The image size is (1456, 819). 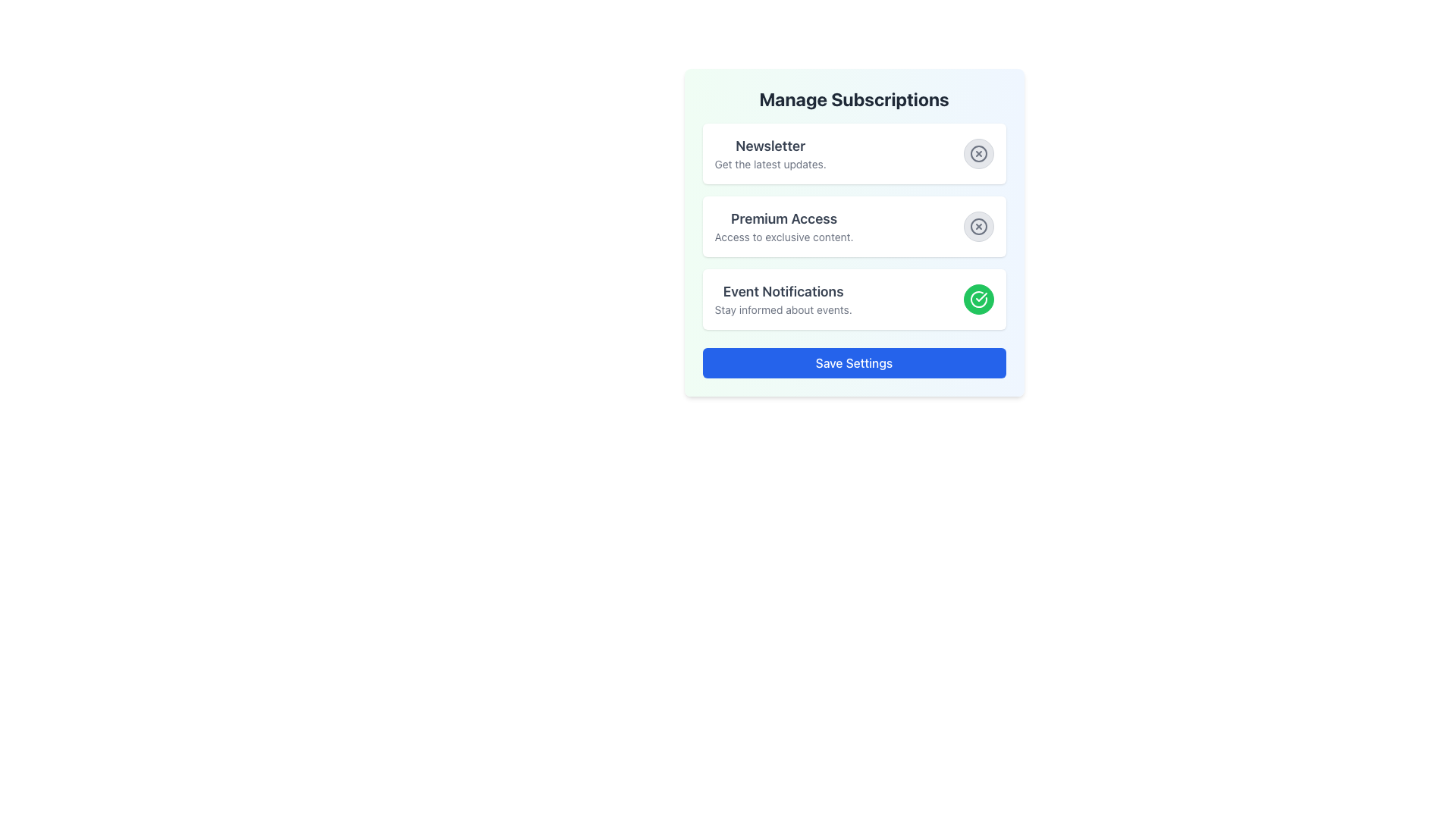 I want to click on text element that contains 'Get the latest updates.' located beneath the 'Newsletter' text in the settings interface, so click(x=770, y=164).